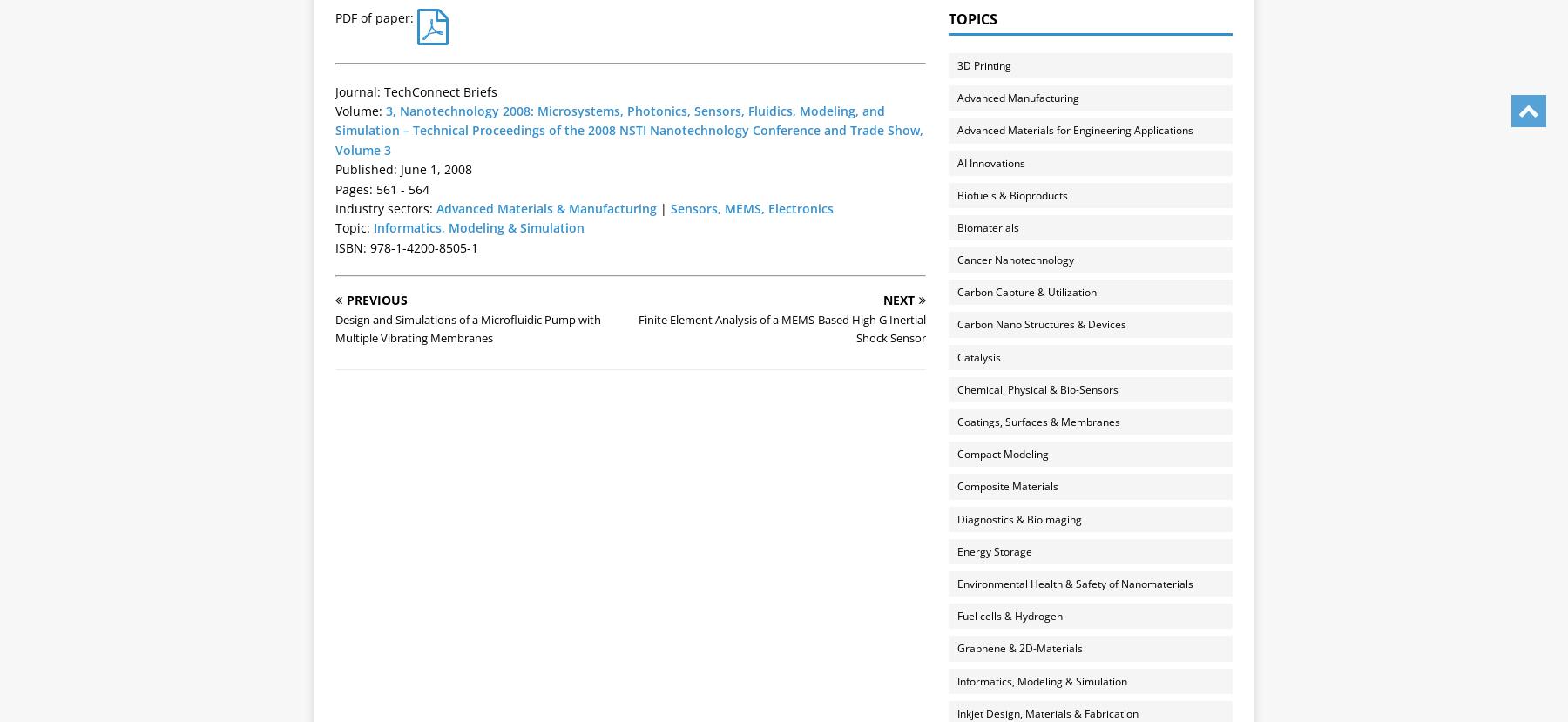 The width and height of the screenshot is (1568, 722). Describe the element at coordinates (898, 299) in the screenshot. I see `'Next'` at that location.